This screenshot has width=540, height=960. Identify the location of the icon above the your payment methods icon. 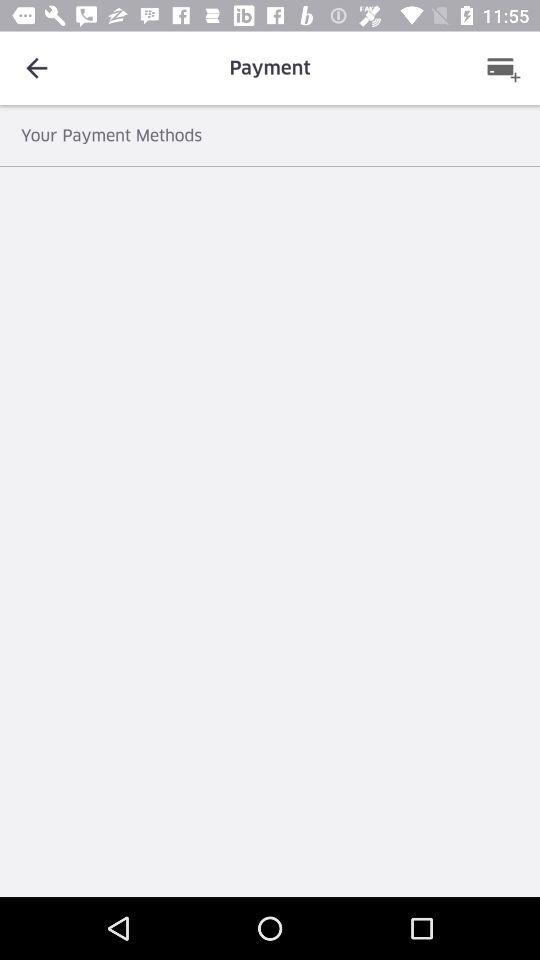
(36, 68).